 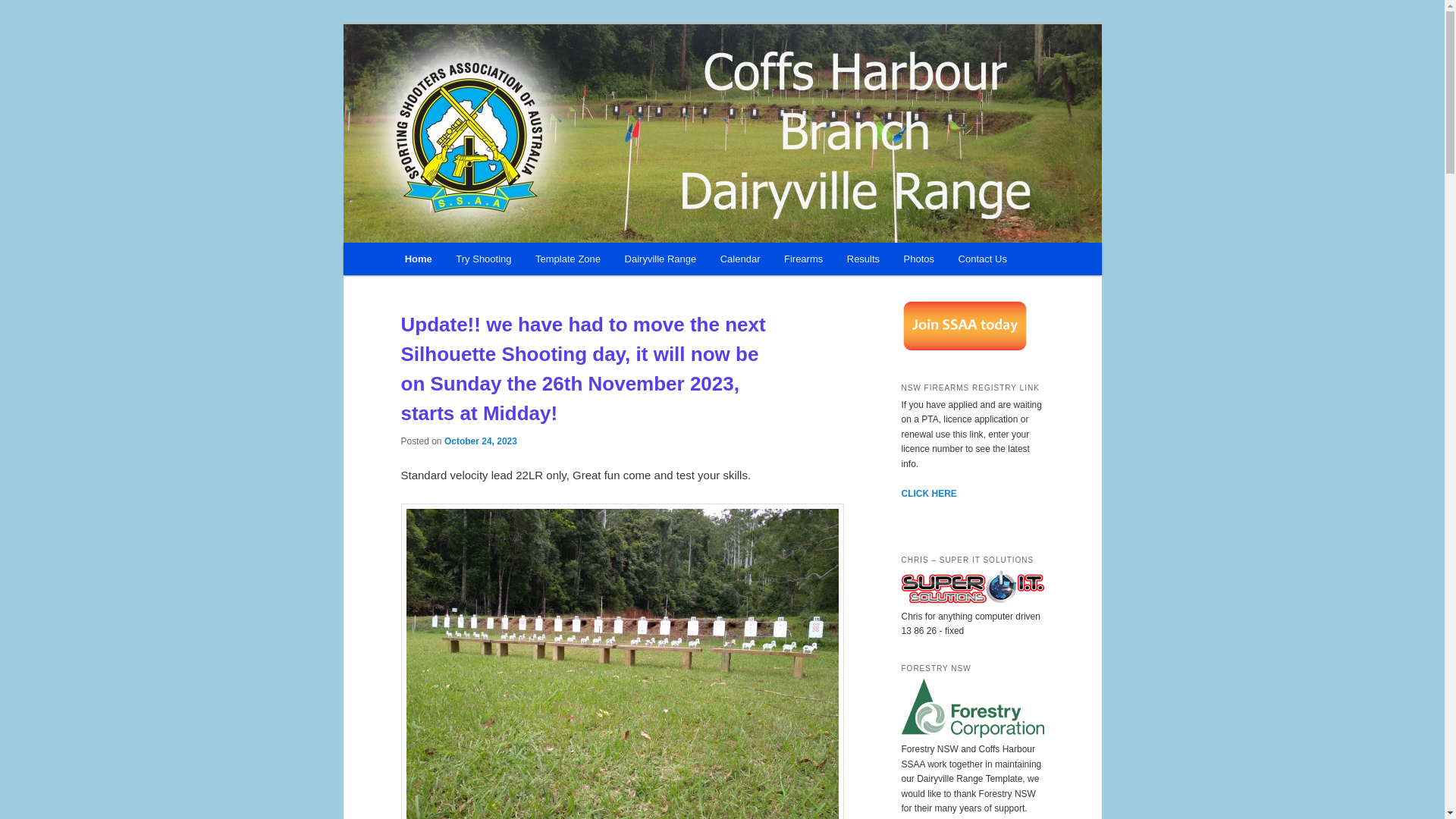 What do you see at coordinates (479, 441) in the screenshot?
I see `'October 24, 2023'` at bounding box center [479, 441].